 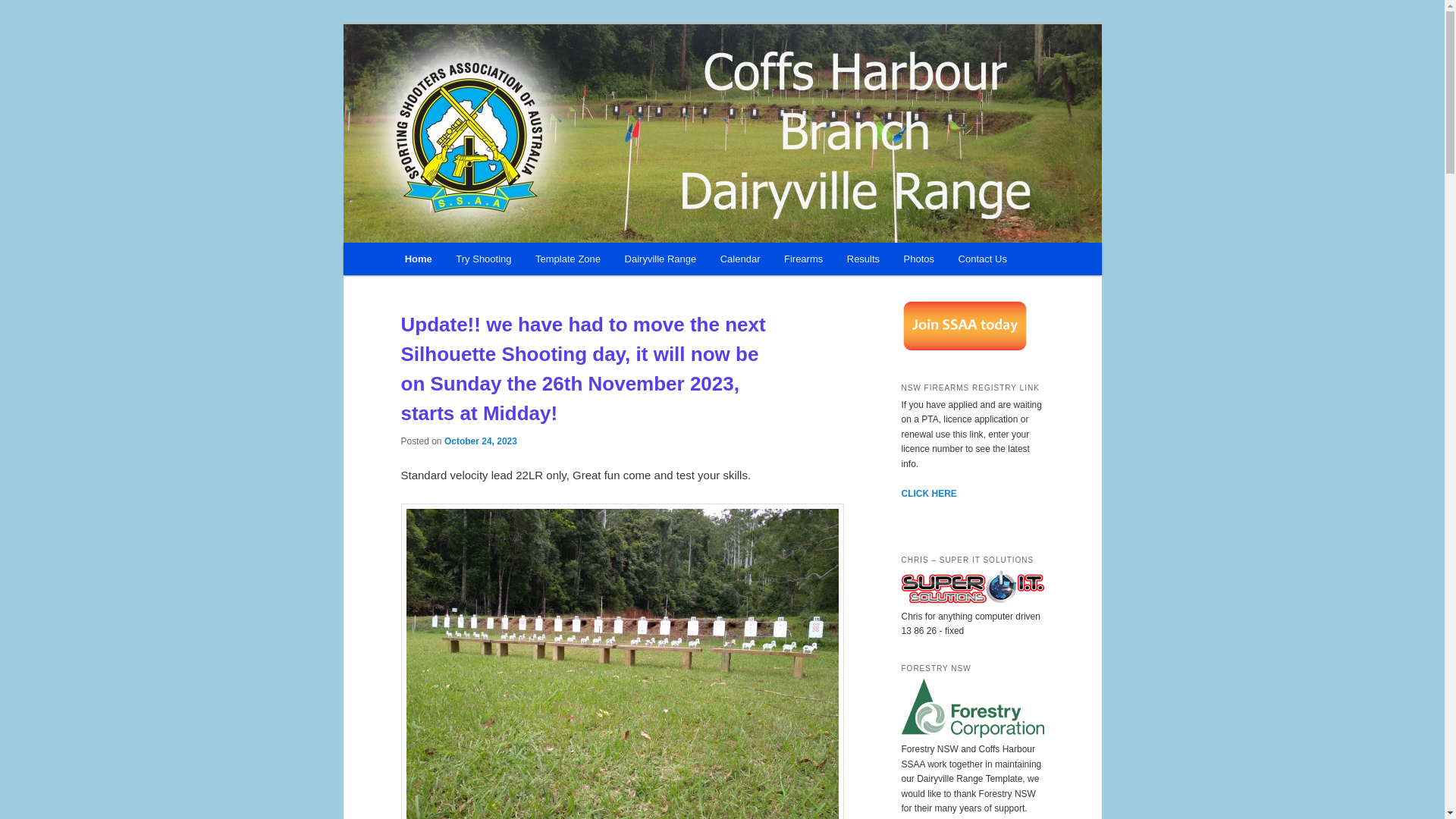 What do you see at coordinates (479, 441) in the screenshot?
I see `'October 24, 2023'` at bounding box center [479, 441].